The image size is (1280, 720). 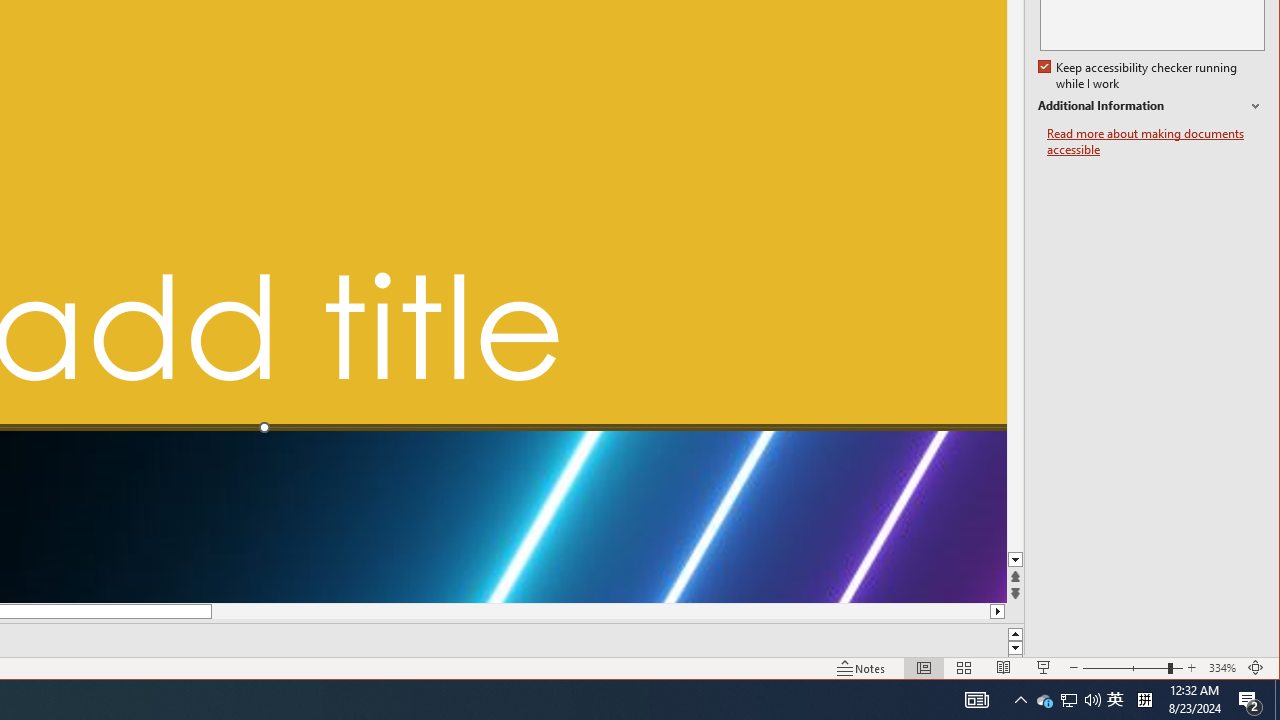 What do you see at coordinates (1221, 668) in the screenshot?
I see `'Zoom 334%'` at bounding box center [1221, 668].